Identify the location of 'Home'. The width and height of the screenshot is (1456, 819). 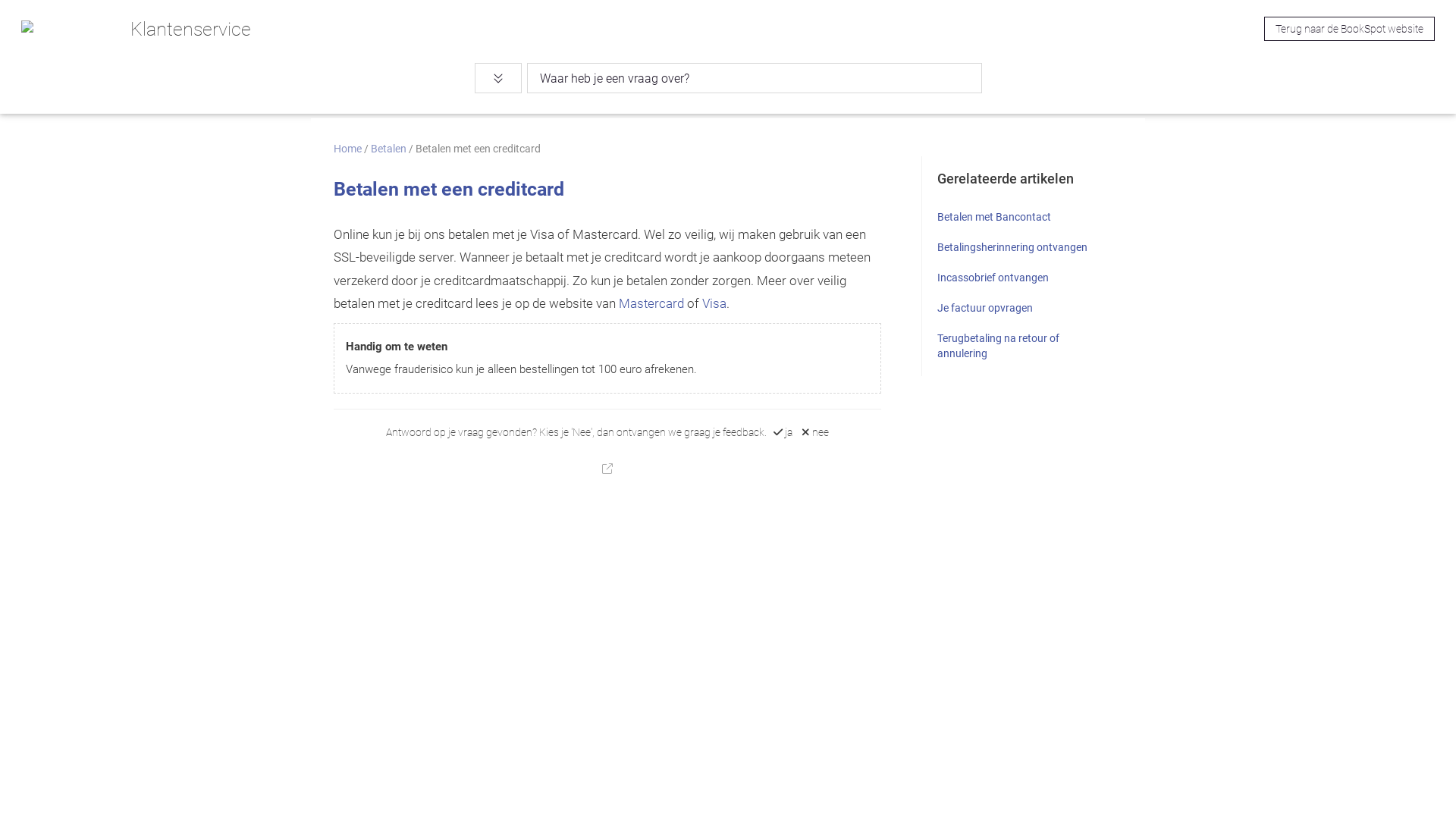
(347, 149).